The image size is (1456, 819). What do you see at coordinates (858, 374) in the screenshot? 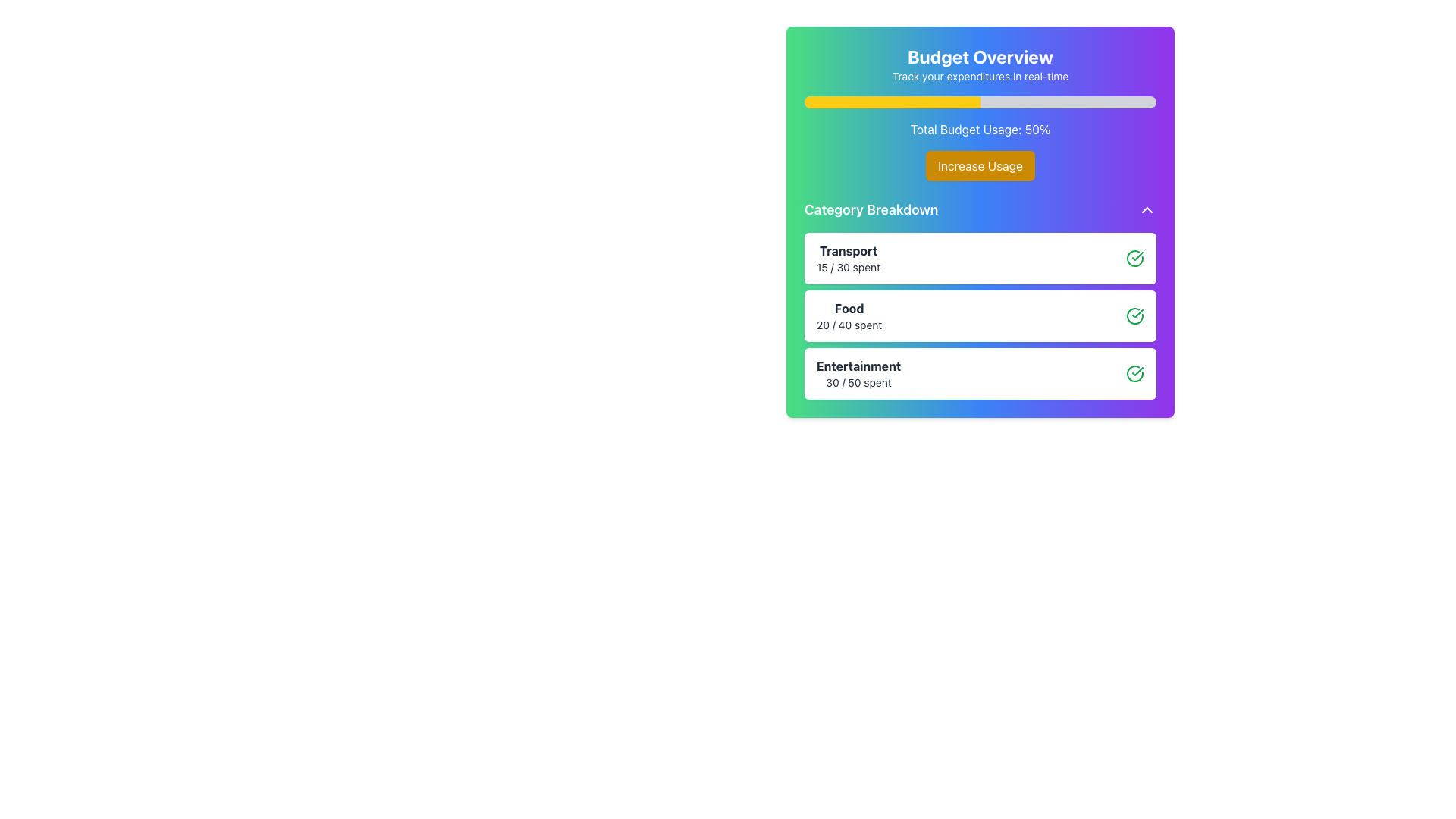
I see `text content of the Text Display Component labeled 'Entertainment' which shows '30 / 50 spent' beneath it` at bounding box center [858, 374].